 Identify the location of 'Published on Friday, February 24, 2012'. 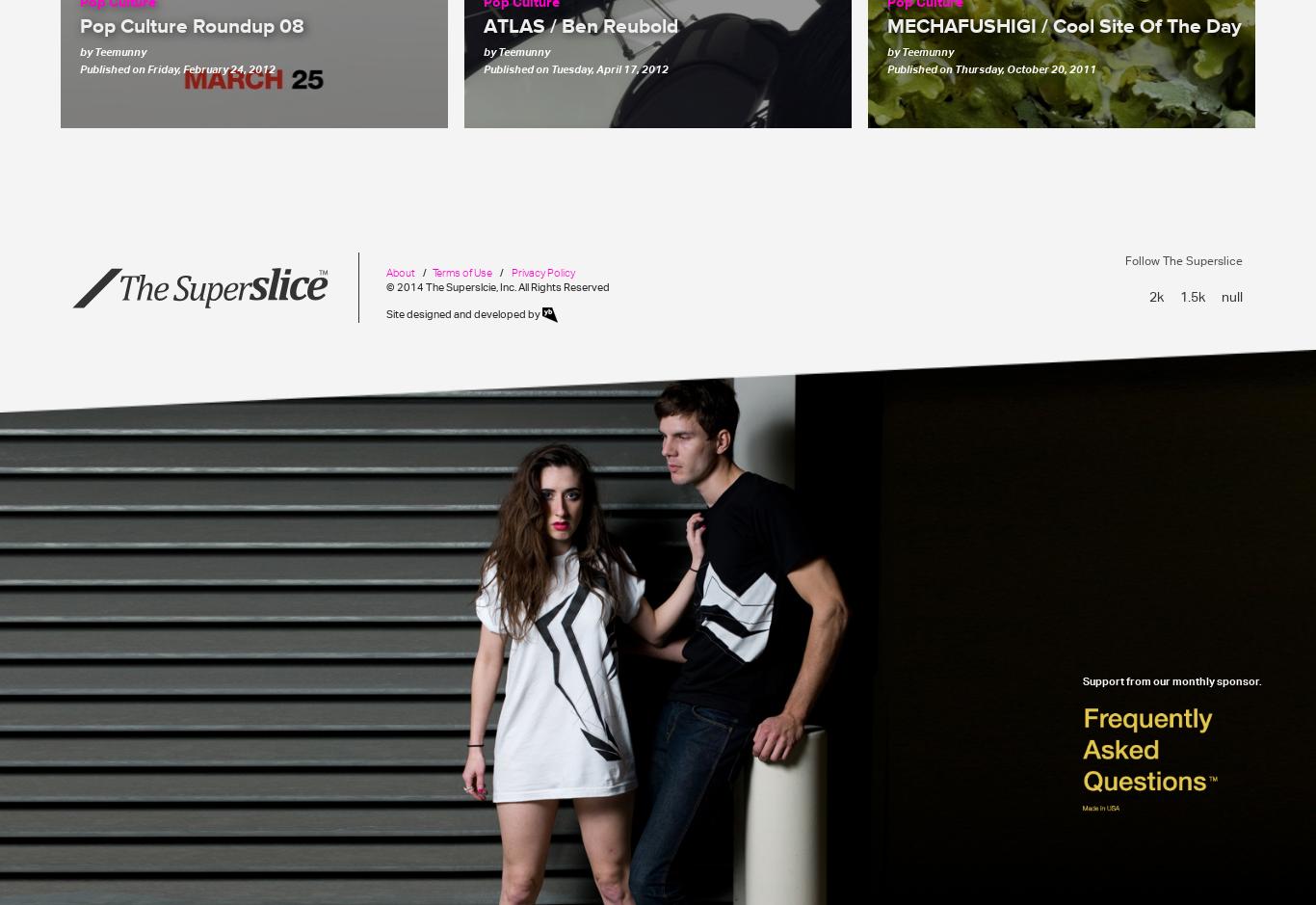
(176, 67).